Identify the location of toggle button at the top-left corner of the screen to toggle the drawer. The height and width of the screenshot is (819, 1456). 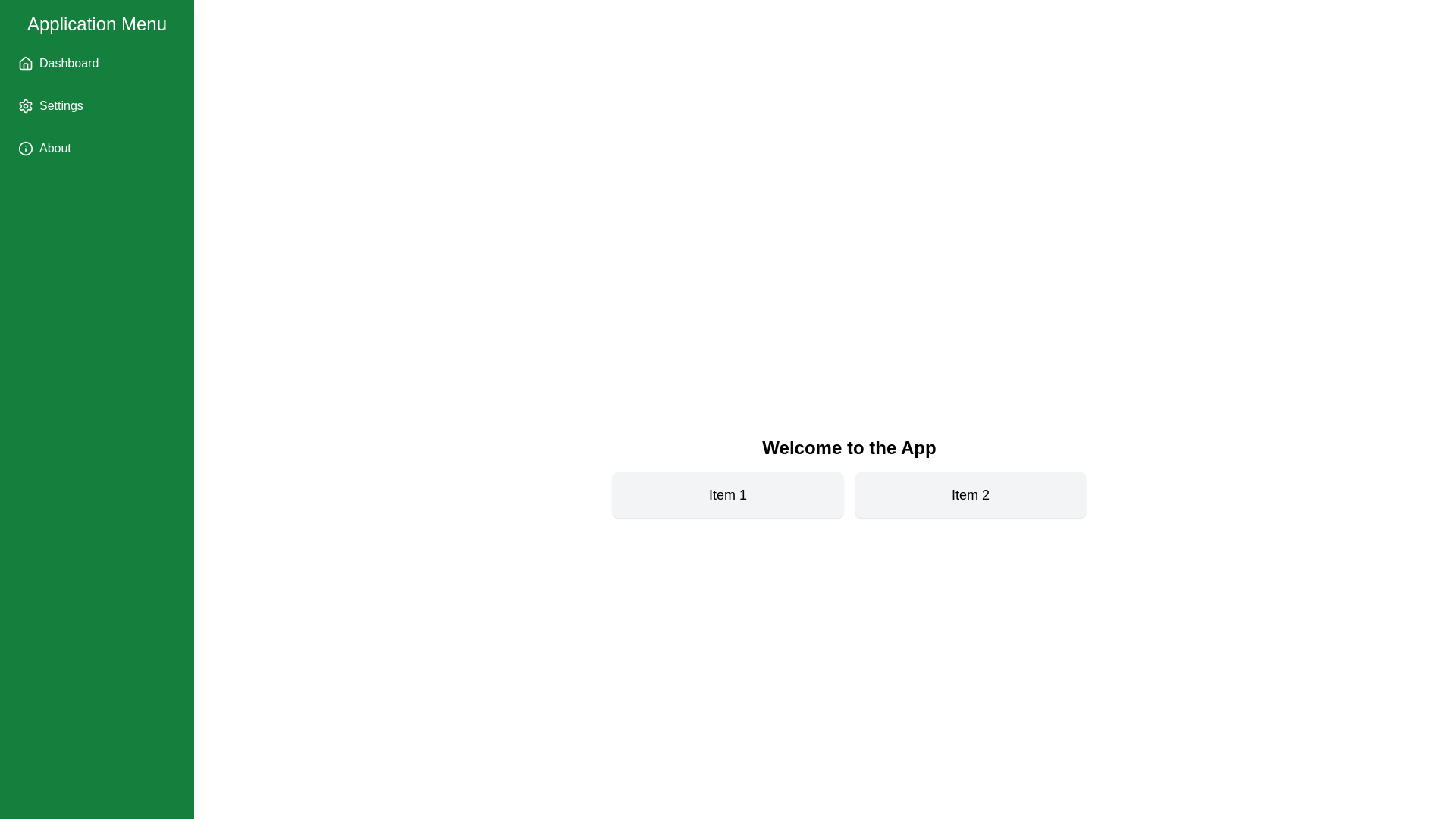
(33, 33).